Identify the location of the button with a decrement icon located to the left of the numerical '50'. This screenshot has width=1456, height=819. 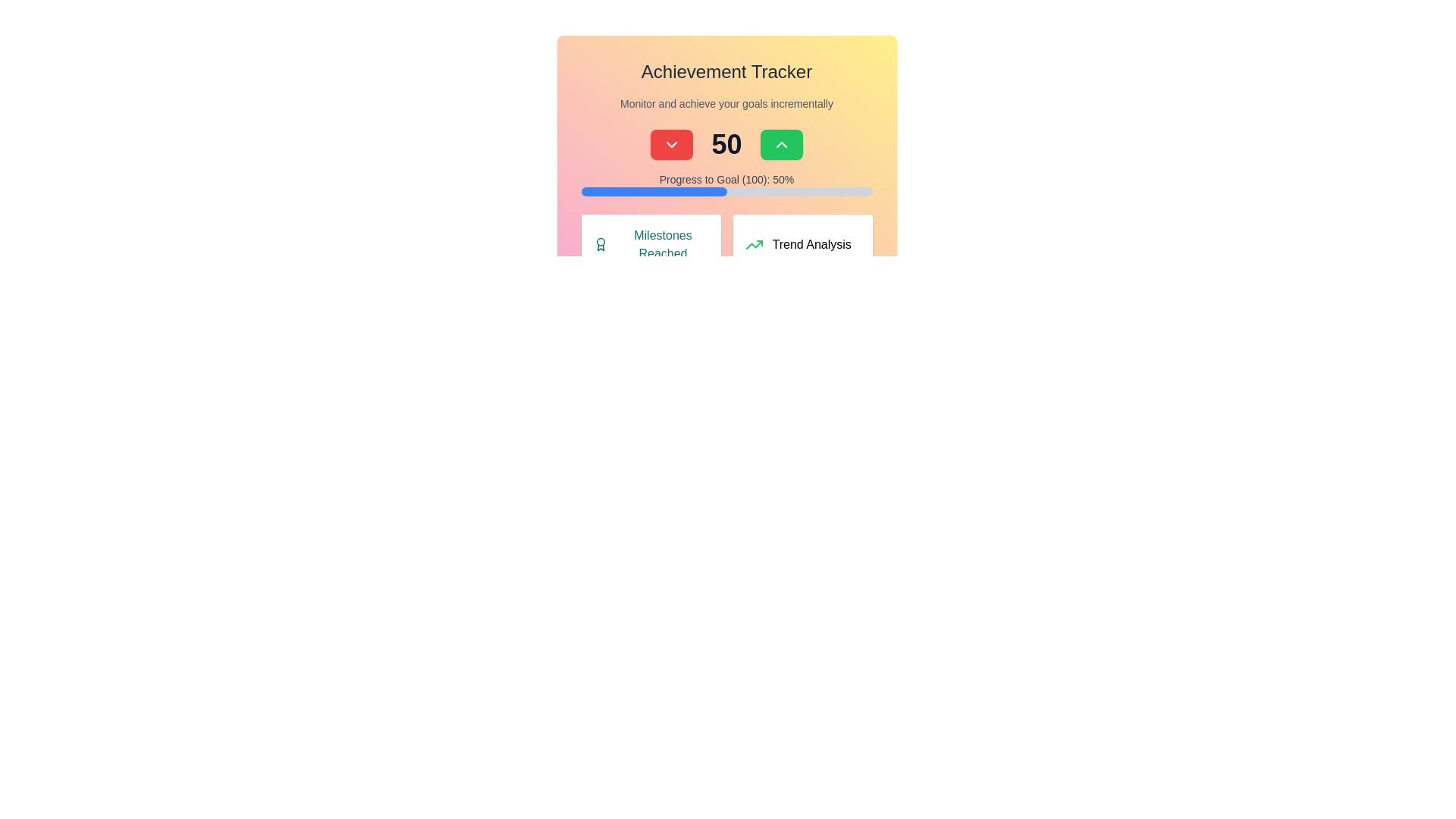
(671, 145).